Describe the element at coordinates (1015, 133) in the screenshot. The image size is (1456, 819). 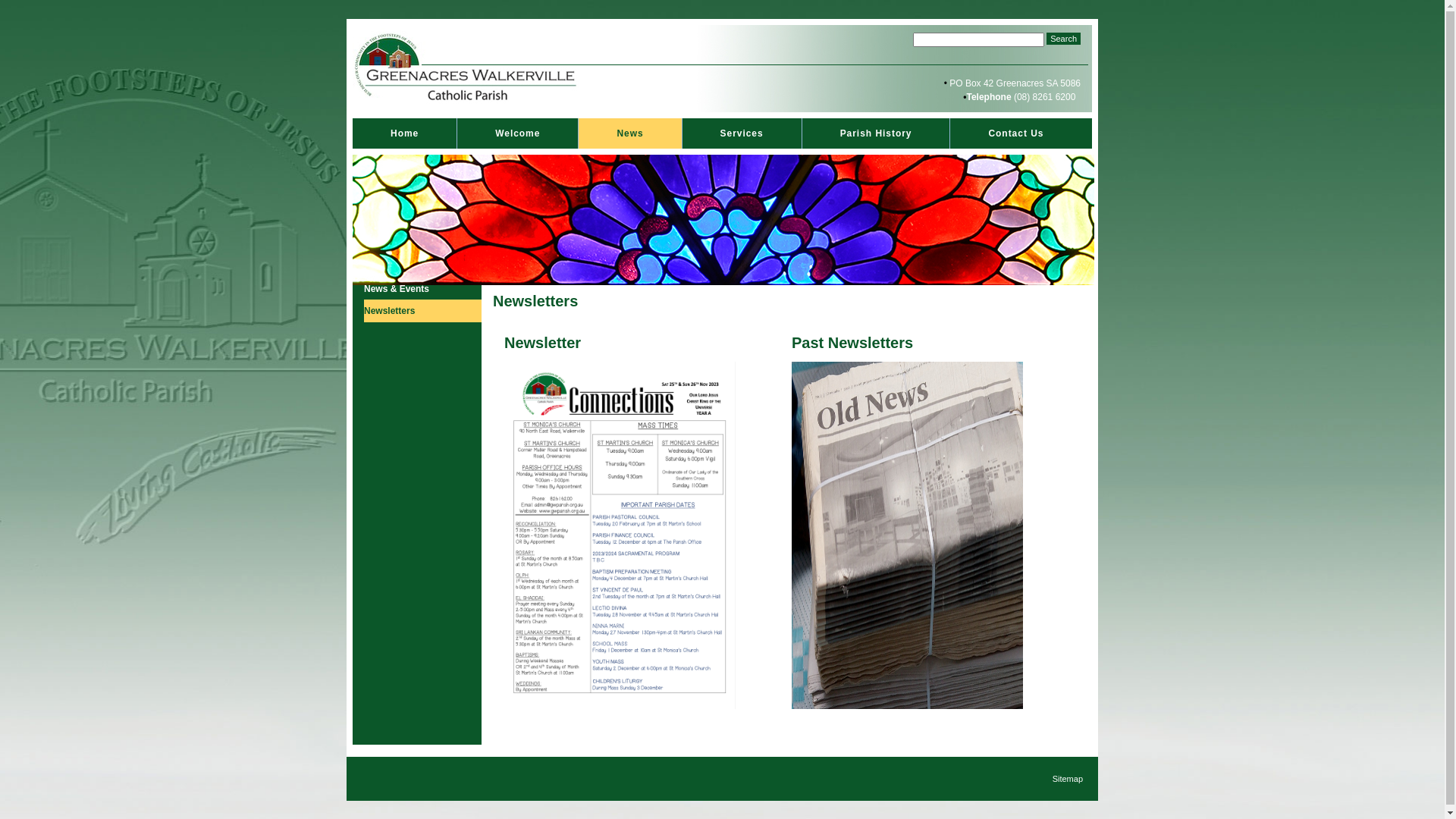
I see `'Contact Us'` at that location.